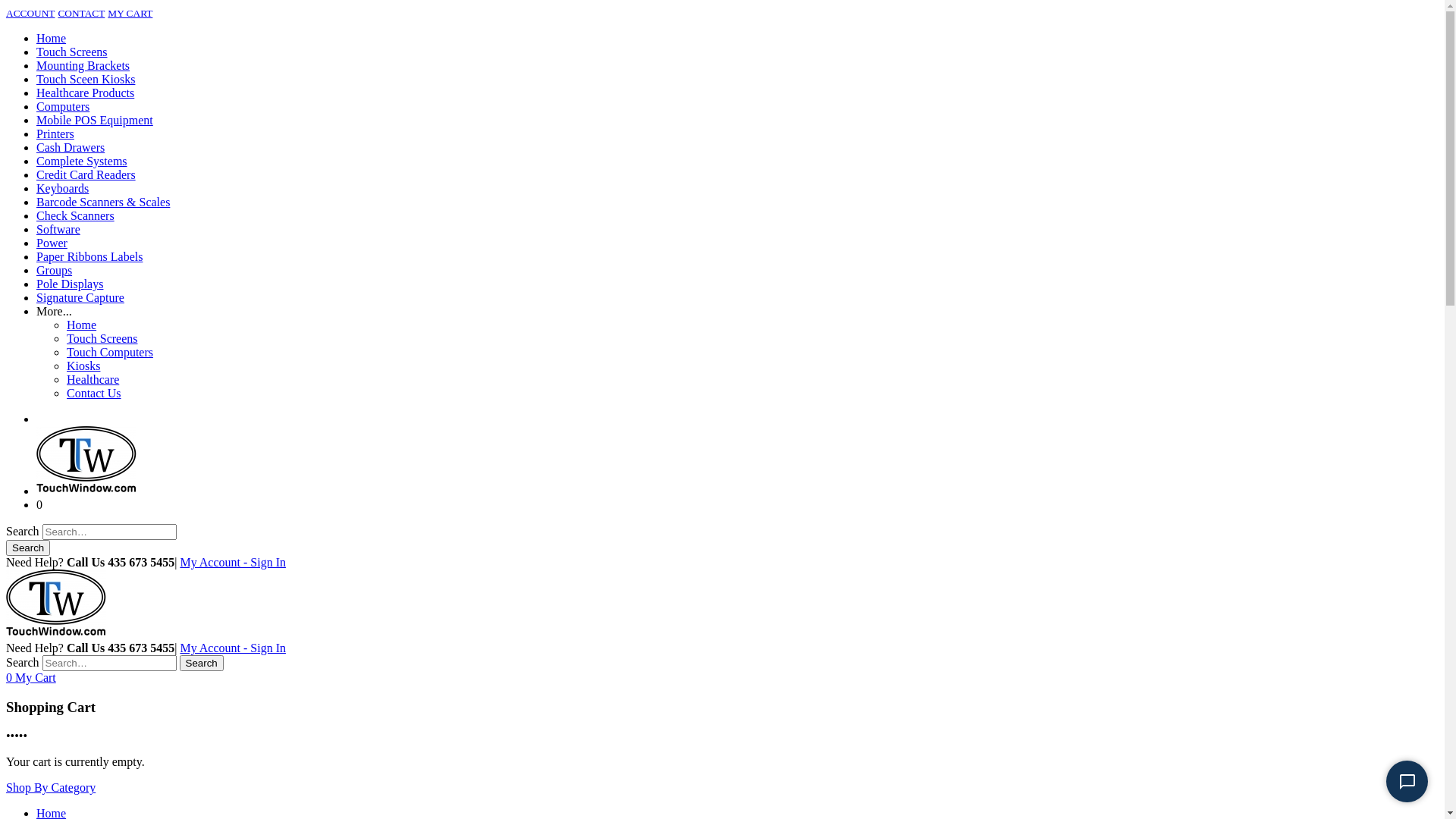 The width and height of the screenshot is (1456, 819). I want to click on 'Signature Capture', so click(79, 297).